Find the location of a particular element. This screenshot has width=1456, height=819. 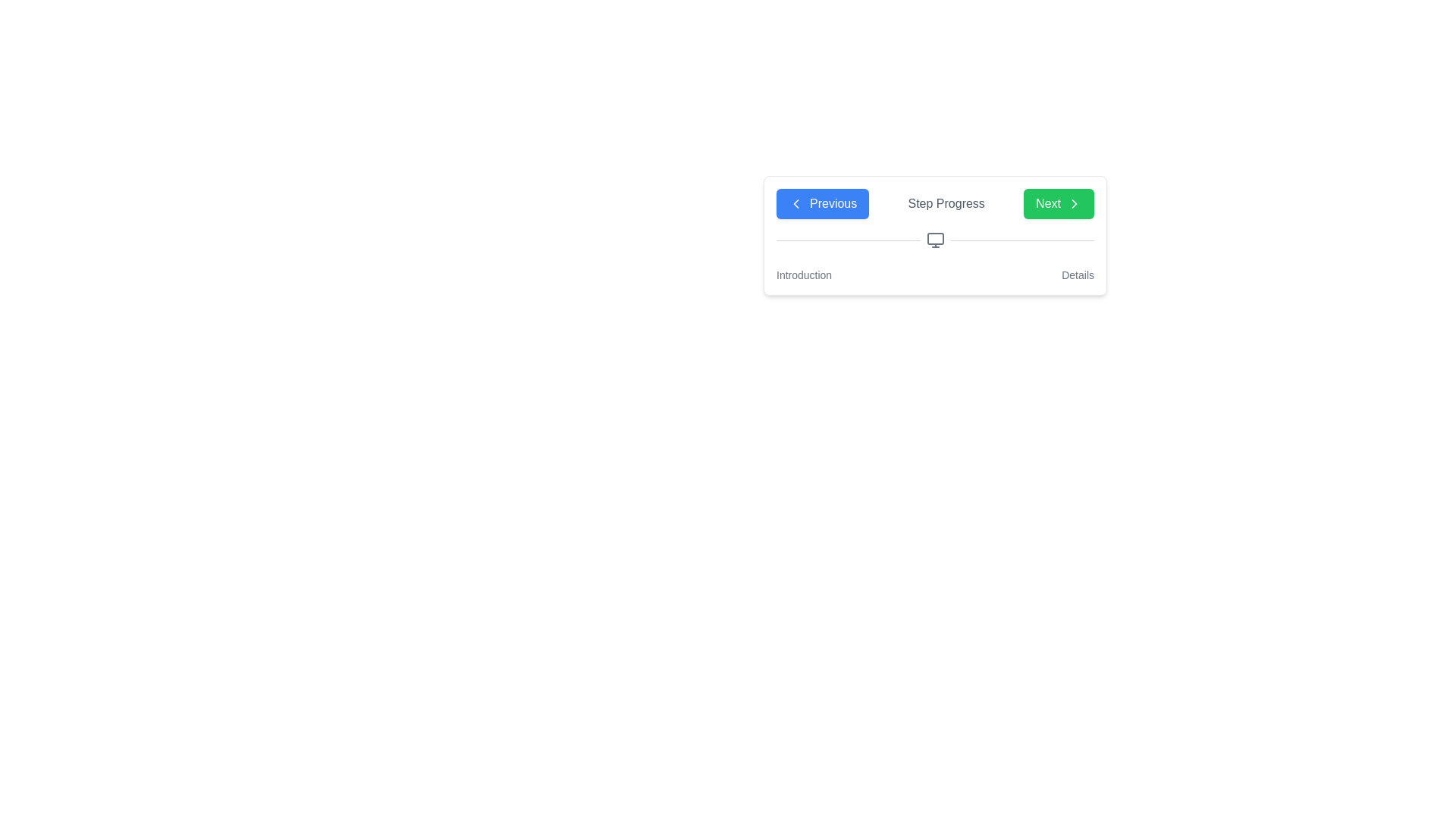

the navigational button located in the top-right corner of the toolbar section, next to the 'Step Progress' label, to observe the hover effect is located at coordinates (1058, 203).